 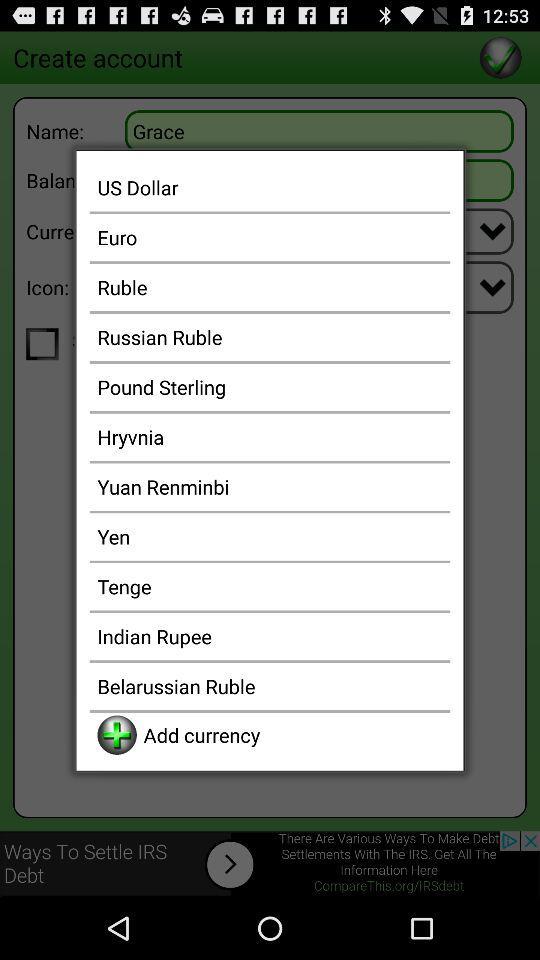 I want to click on indian rupee item, so click(x=270, y=635).